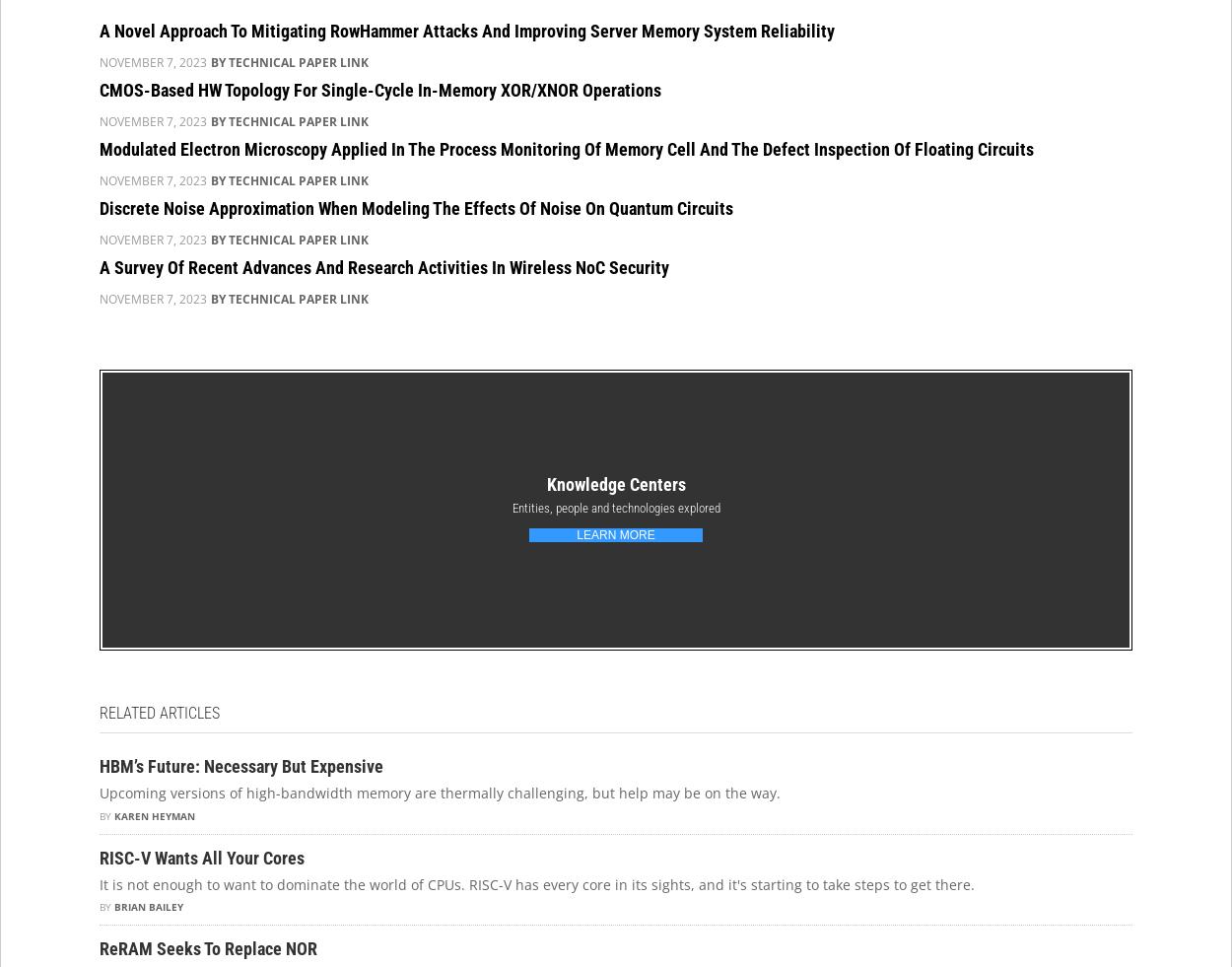 The width and height of the screenshot is (1232, 967). Describe the element at coordinates (614, 483) in the screenshot. I see `'Knowledge Centers'` at that location.